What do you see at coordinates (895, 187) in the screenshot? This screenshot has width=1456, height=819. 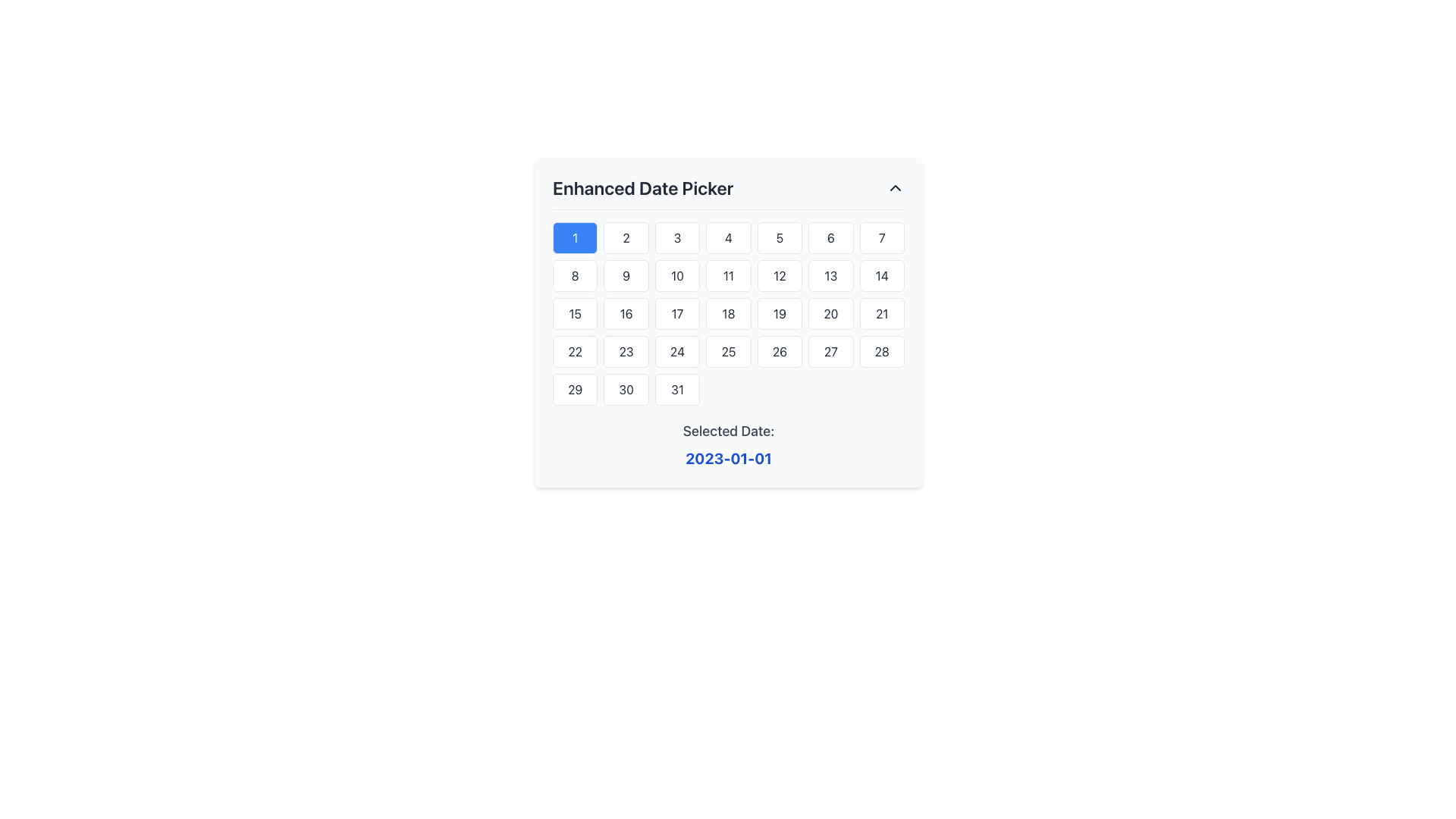 I see `the toggle button located at the rightmost end of the 'Enhanced Date Picker' header` at bounding box center [895, 187].